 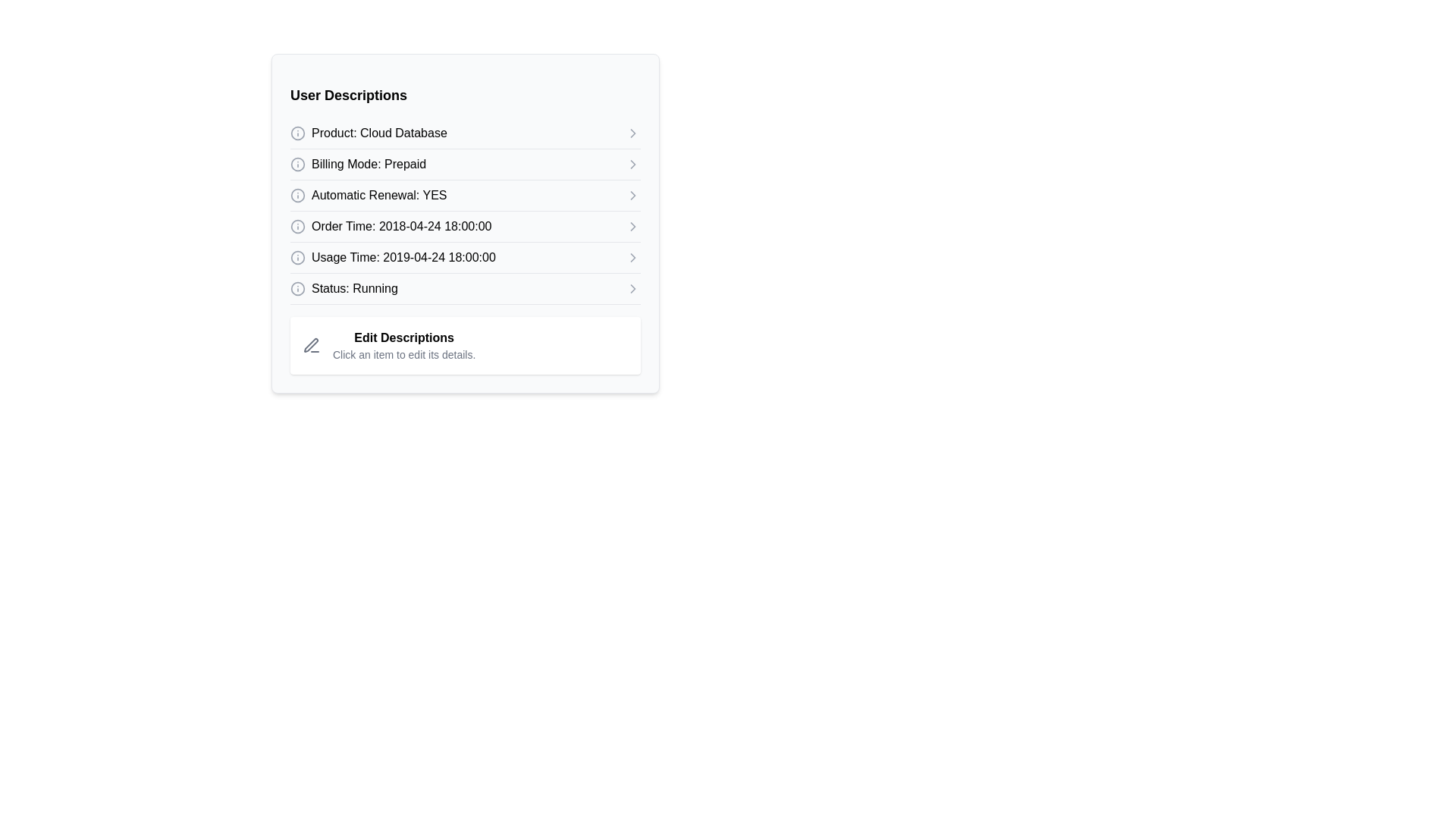 I want to click on the chevron-right icon located at the right end of the 'Billing Mode: Prepaid' row, so click(x=633, y=164).